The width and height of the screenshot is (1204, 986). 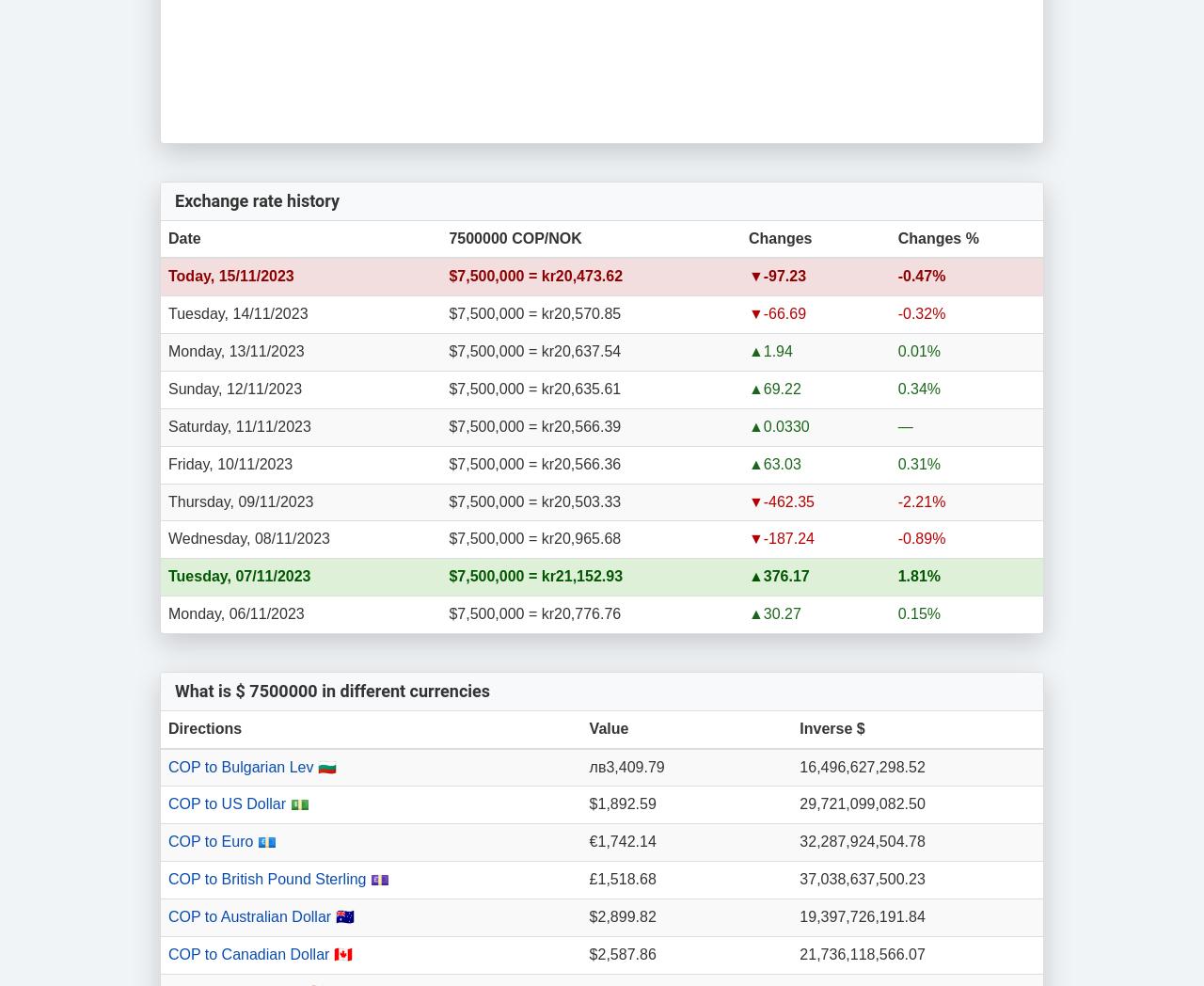 What do you see at coordinates (533, 313) in the screenshot?
I see `'$7,500,000 = kr20,570.85'` at bounding box center [533, 313].